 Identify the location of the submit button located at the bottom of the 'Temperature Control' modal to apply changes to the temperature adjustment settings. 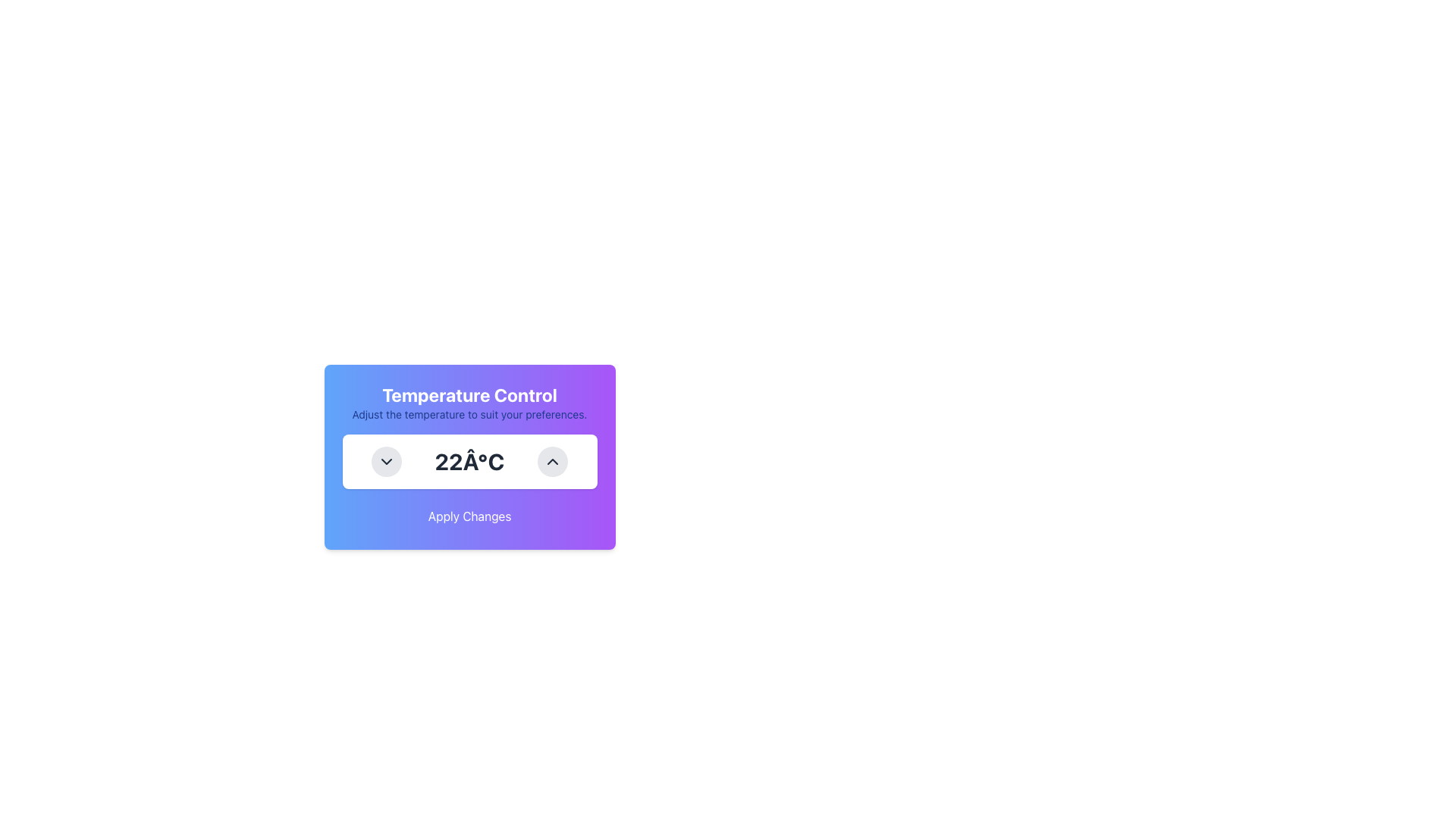
(469, 516).